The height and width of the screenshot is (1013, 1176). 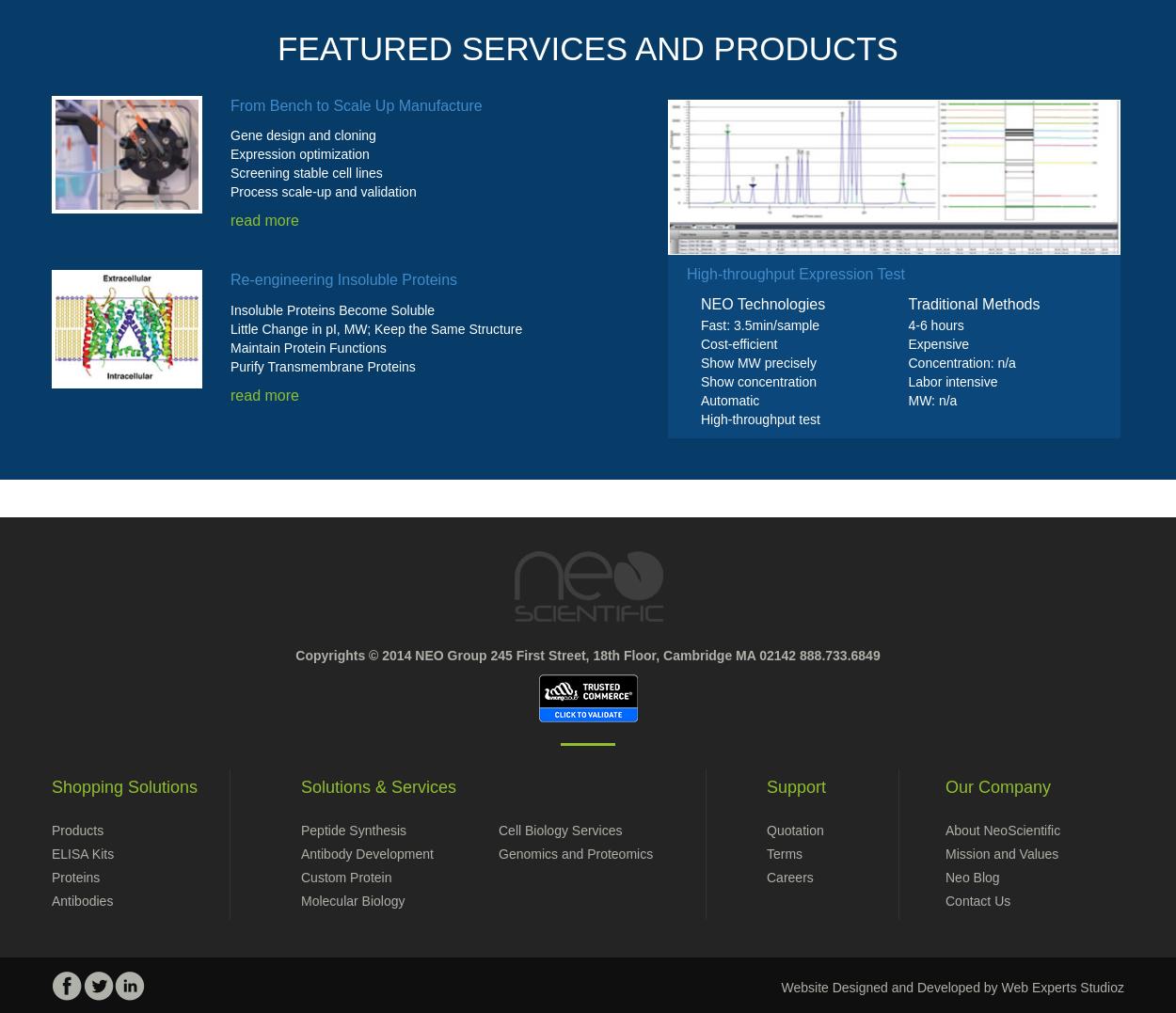 What do you see at coordinates (795, 786) in the screenshot?
I see `'Support'` at bounding box center [795, 786].